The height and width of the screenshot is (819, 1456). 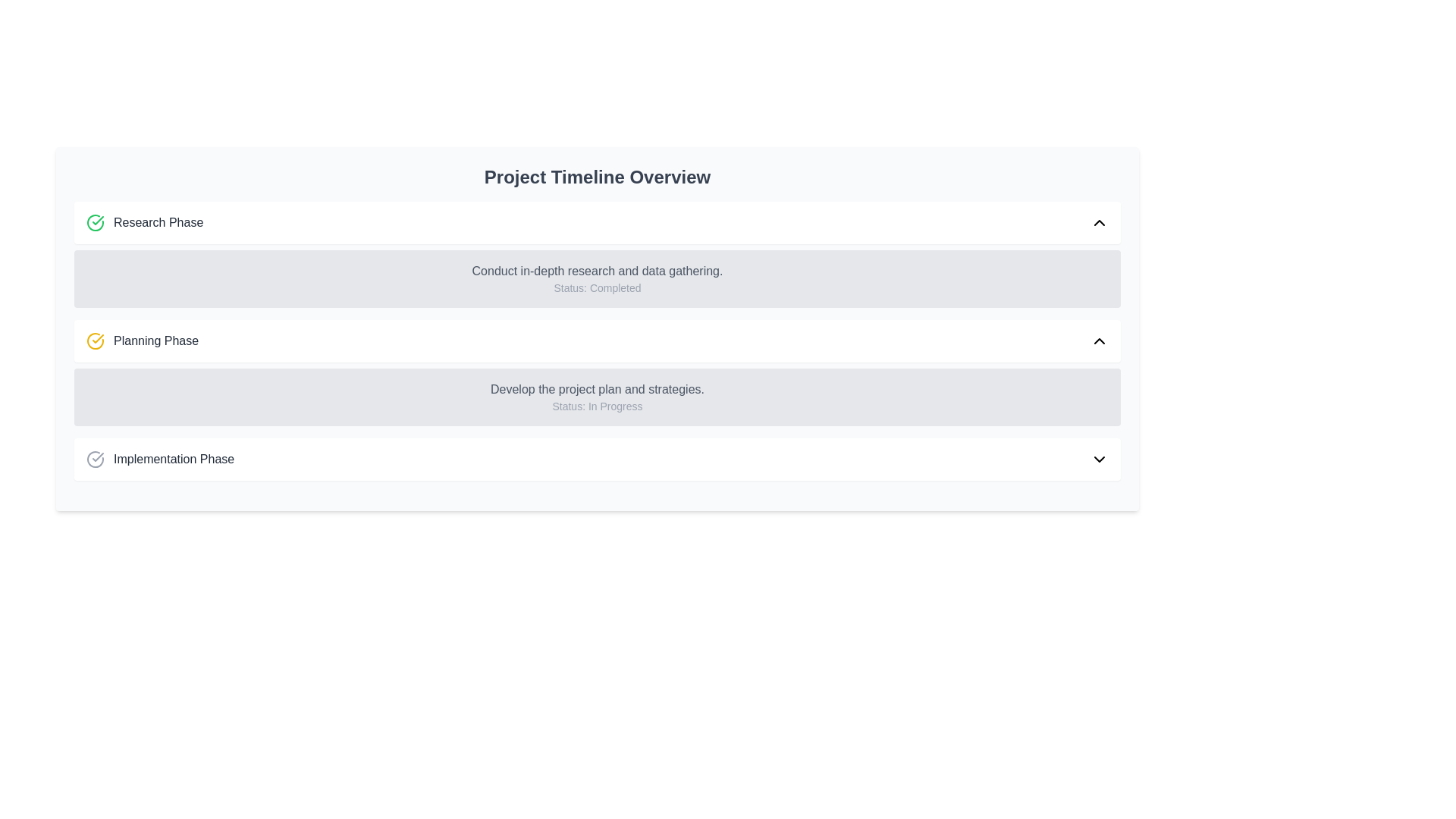 I want to click on the downward-pointing chevron icon button located at the right end of the 'Implementation Phase' section, so click(x=1099, y=458).